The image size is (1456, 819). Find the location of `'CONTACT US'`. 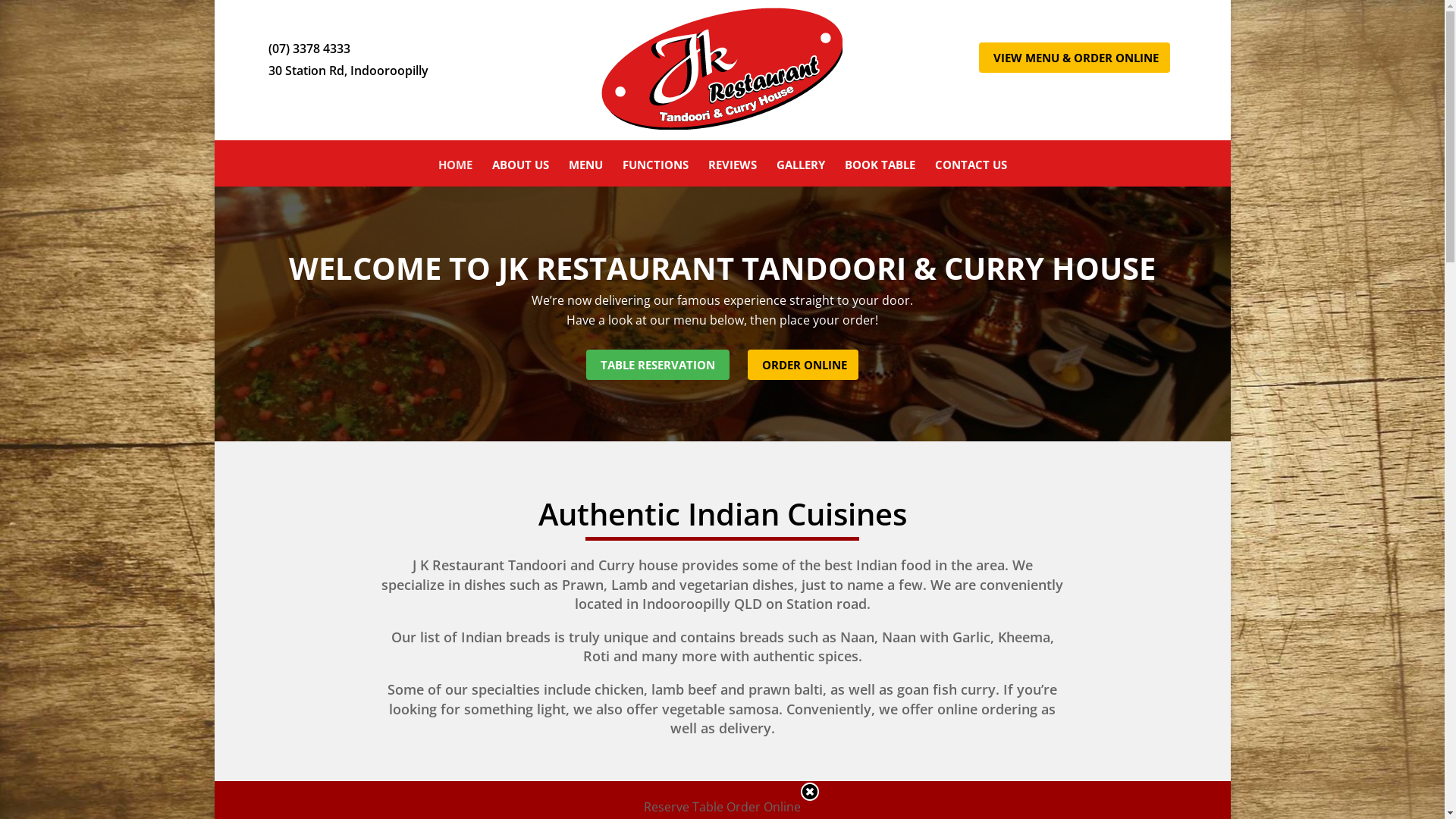

'CONTACT US' is located at coordinates (969, 171).